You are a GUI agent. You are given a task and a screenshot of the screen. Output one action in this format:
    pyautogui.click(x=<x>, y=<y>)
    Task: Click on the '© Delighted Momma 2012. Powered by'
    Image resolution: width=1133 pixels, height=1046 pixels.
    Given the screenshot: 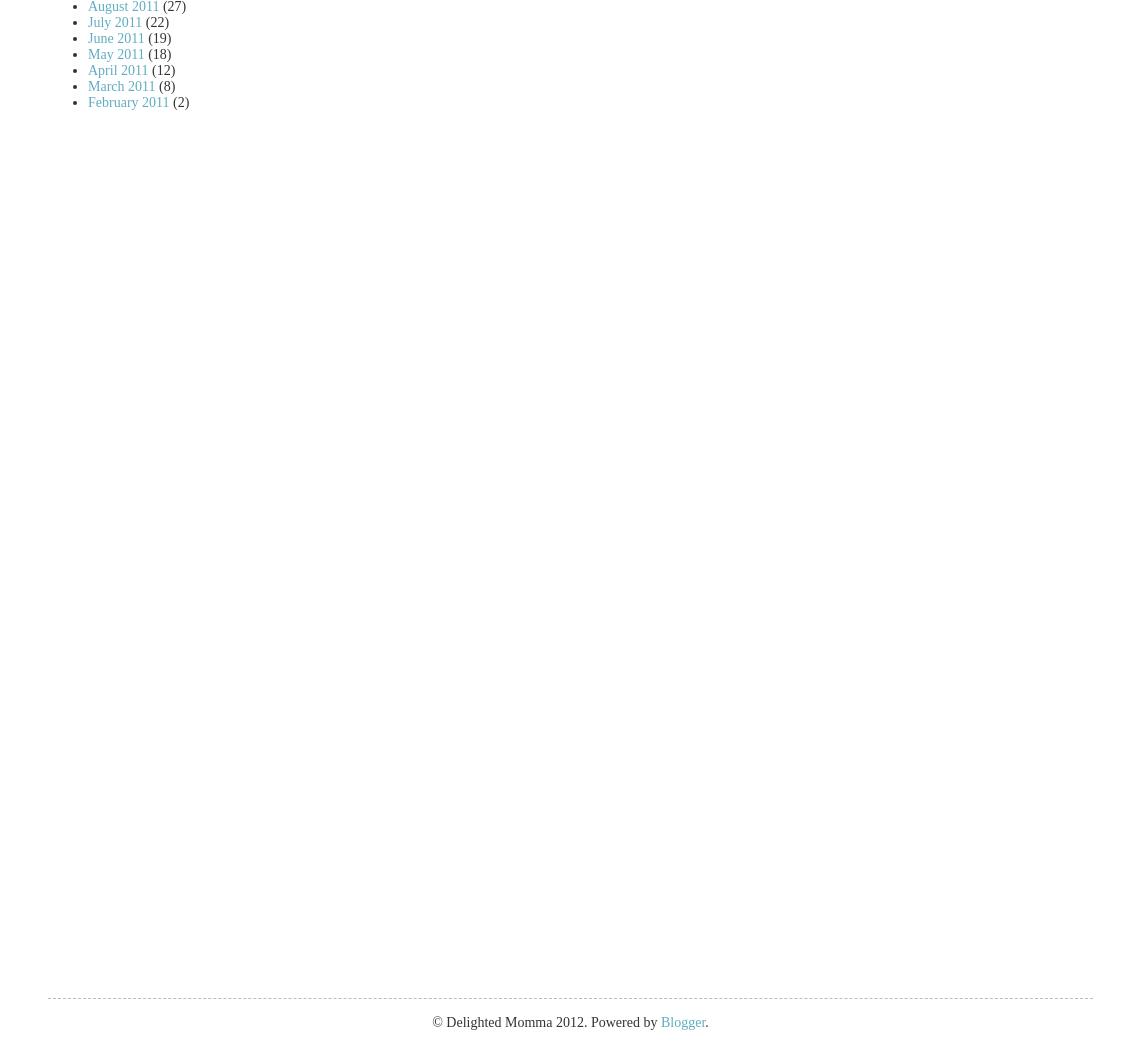 What is the action you would take?
    pyautogui.click(x=544, y=1021)
    